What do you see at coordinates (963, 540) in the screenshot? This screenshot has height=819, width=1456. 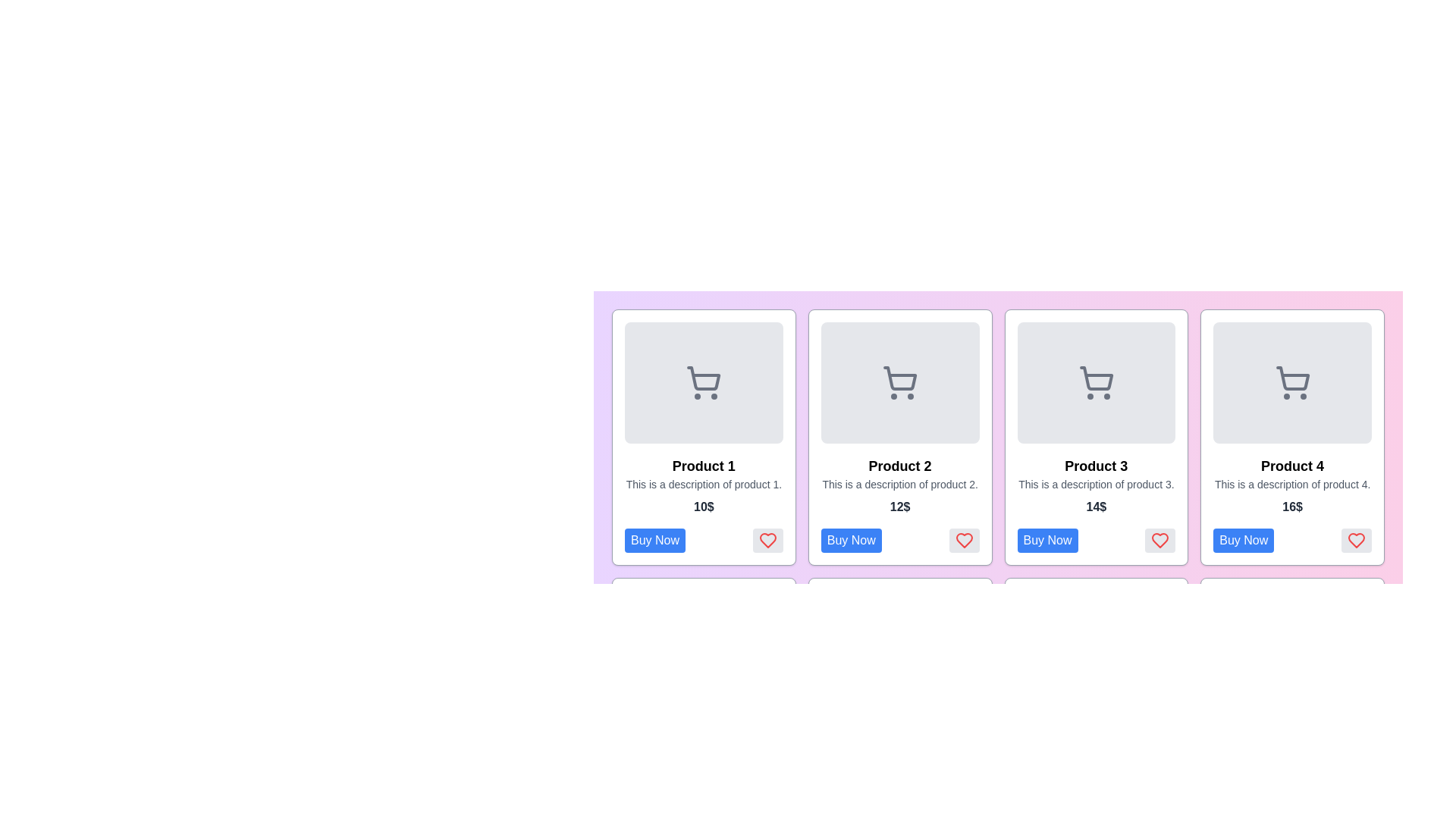 I see `the 'Like' or 'Favorite' button icon located in the Product 2 card, positioned directly under the price text and to the right of the blue 'Buy Now' button` at bounding box center [963, 540].